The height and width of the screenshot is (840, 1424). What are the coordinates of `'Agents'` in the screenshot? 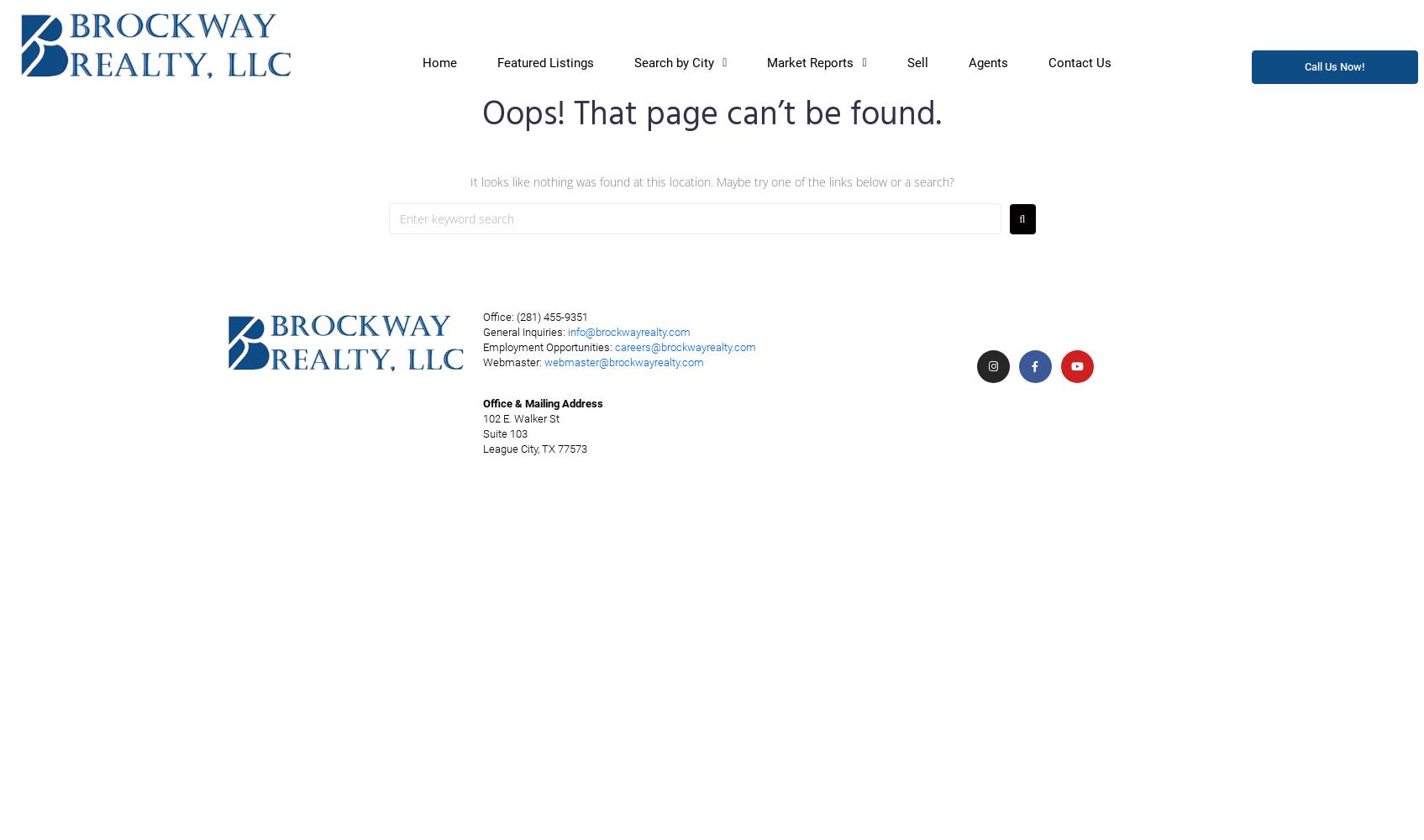 It's located at (987, 61).